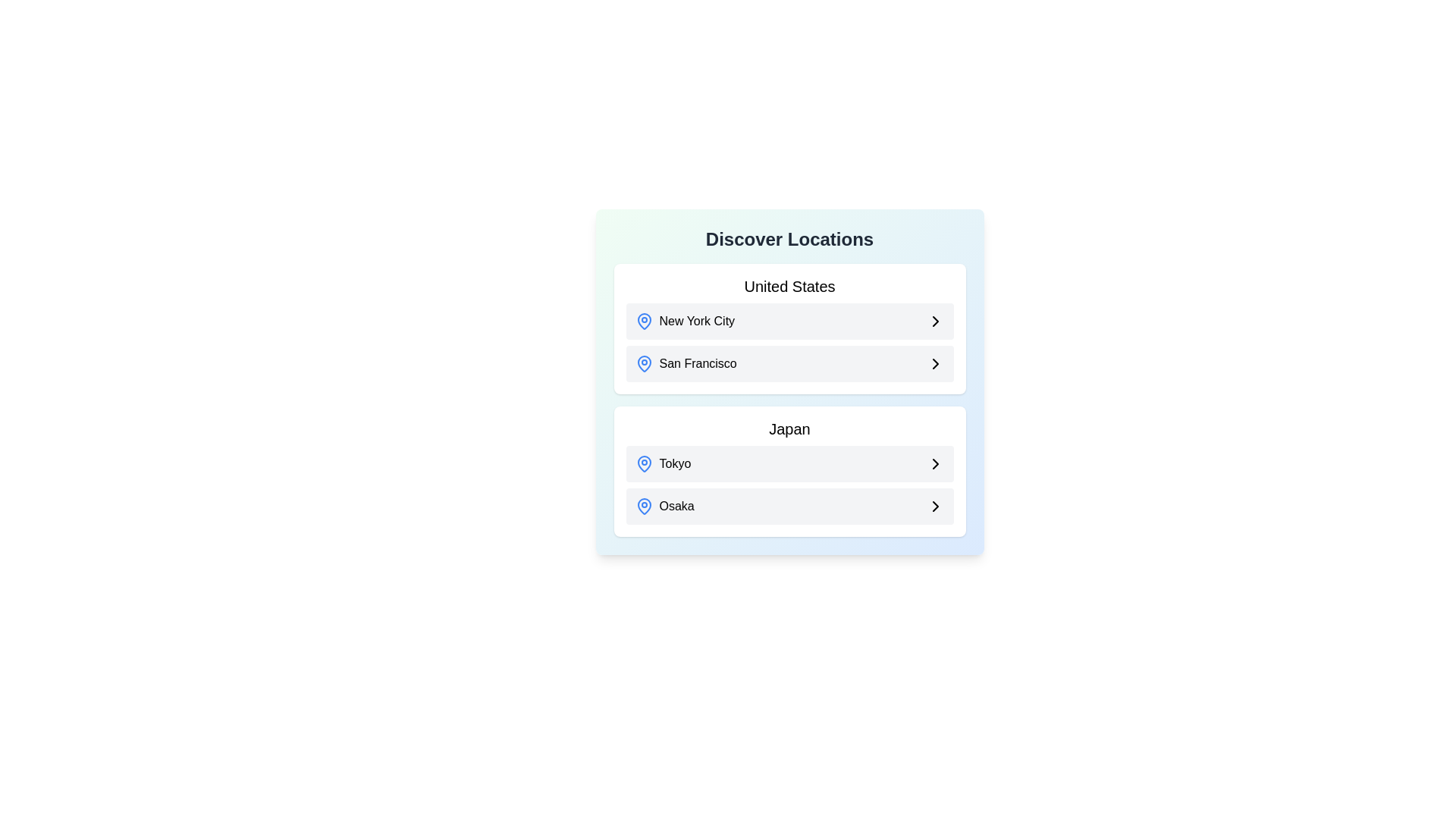 The height and width of the screenshot is (819, 1456). Describe the element at coordinates (644, 463) in the screenshot. I see `the geolocation icon representing 'Tokyo' in the 'Japan' section` at that location.